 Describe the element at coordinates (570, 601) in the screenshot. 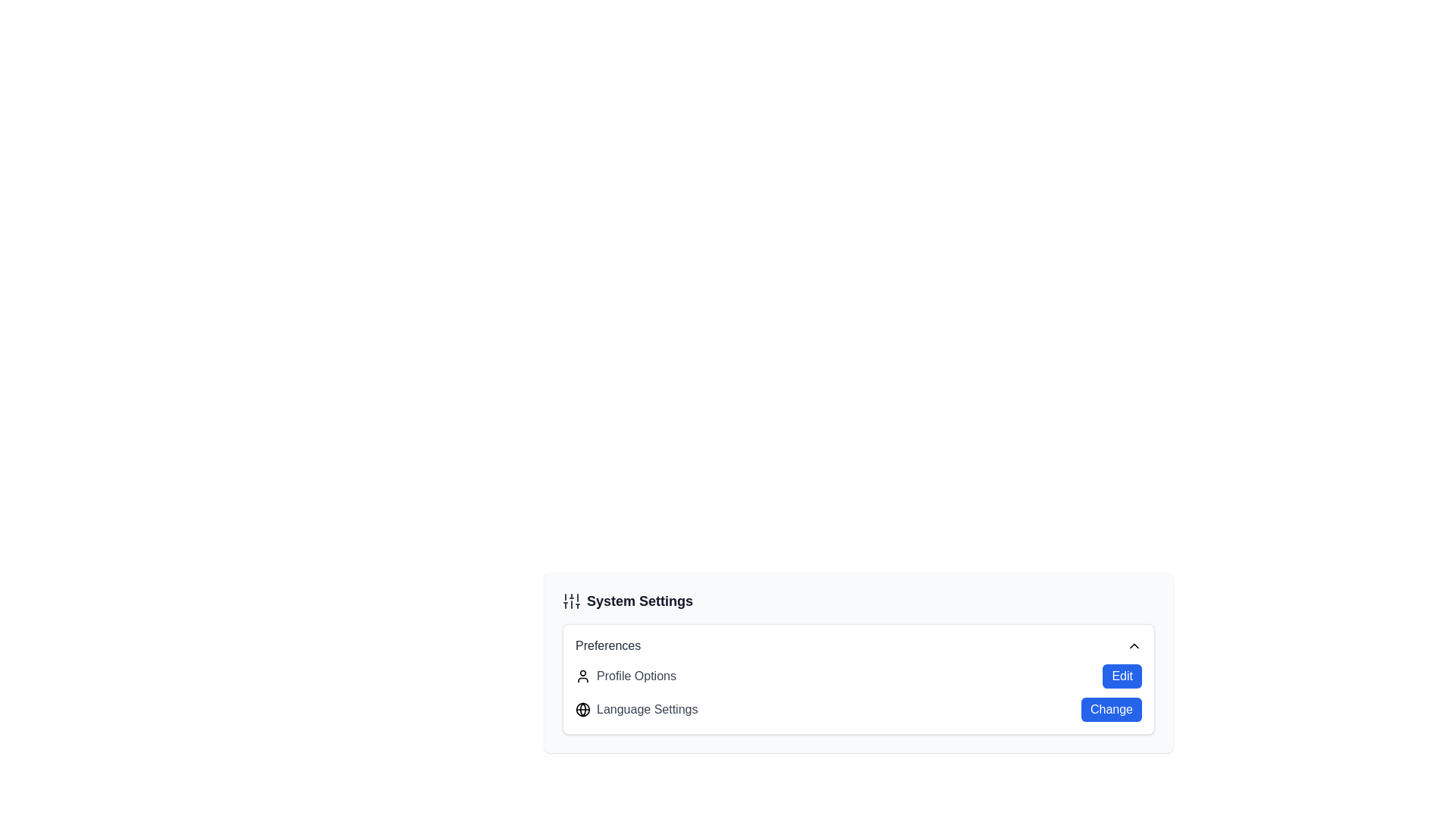

I see `the vertically aligned sliders icon, which is styled in gray and located to the left of the 'System Settings' text in the title bar` at that location.